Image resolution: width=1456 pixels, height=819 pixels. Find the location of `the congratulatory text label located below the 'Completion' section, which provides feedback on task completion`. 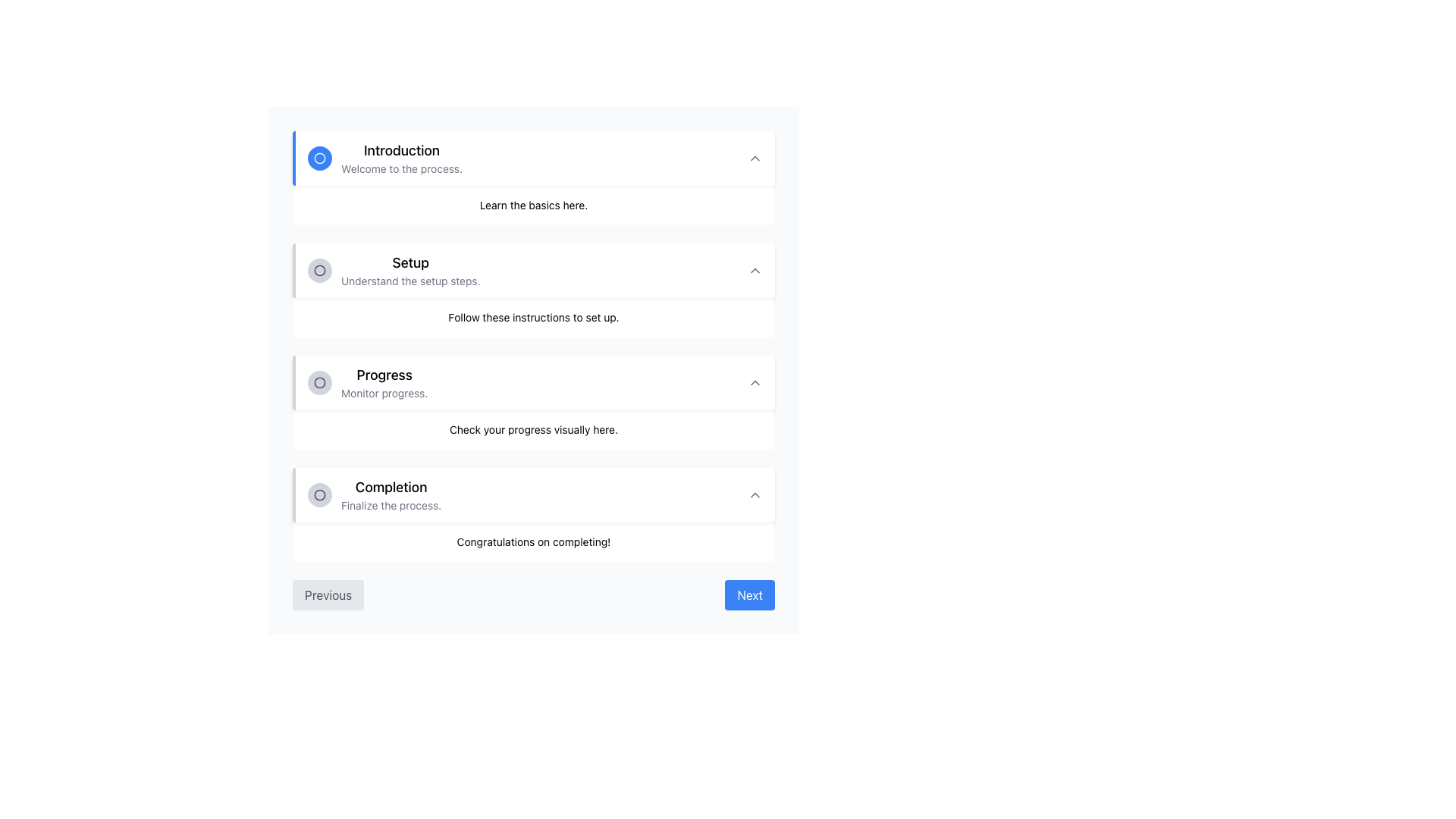

the congratulatory text label located below the 'Completion' section, which provides feedback on task completion is located at coordinates (534, 541).